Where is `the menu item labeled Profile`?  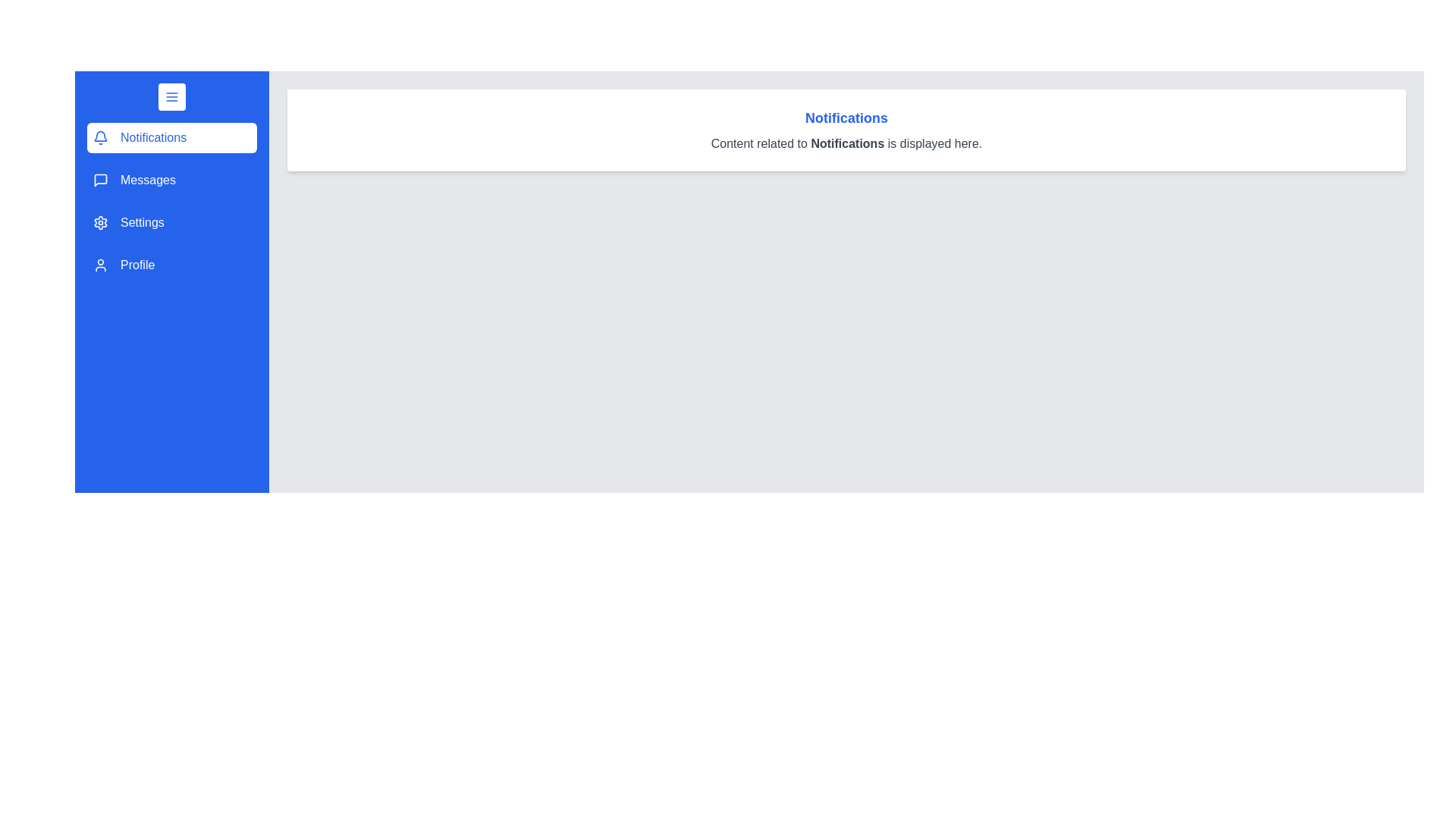 the menu item labeled Profile is located at coordinates (171, 265).